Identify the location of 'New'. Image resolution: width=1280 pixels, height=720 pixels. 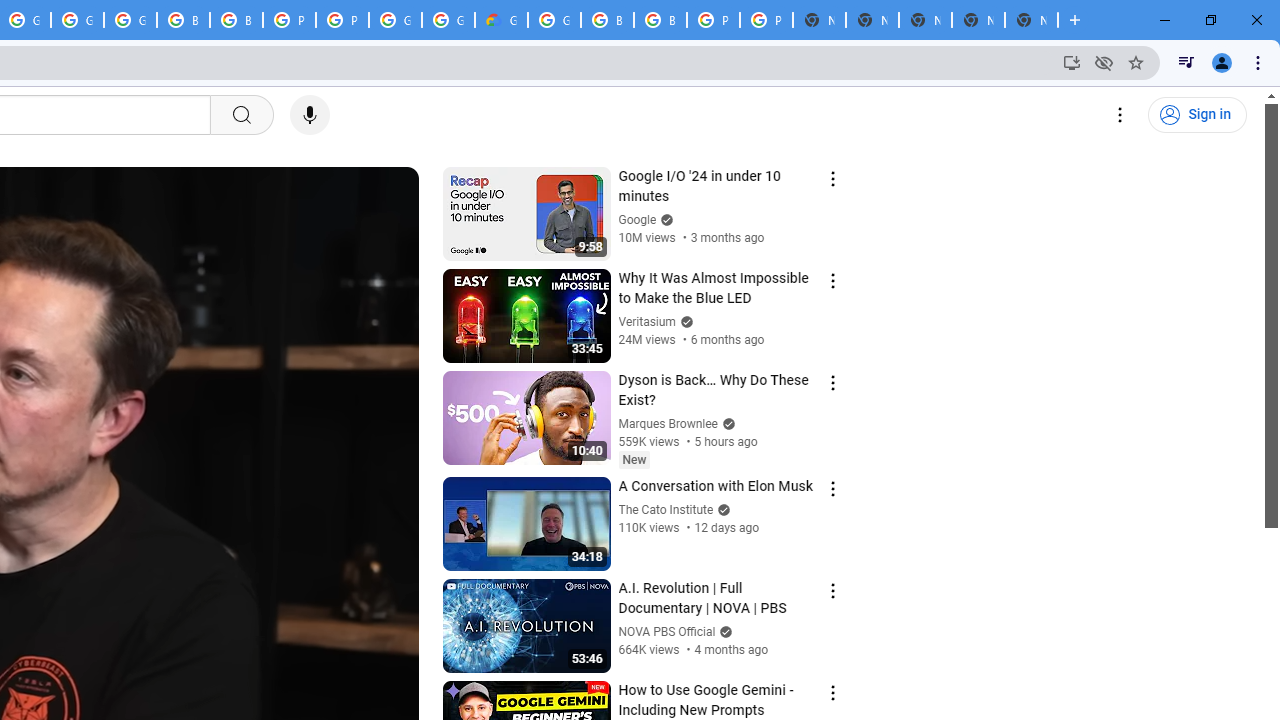
(633, 459).